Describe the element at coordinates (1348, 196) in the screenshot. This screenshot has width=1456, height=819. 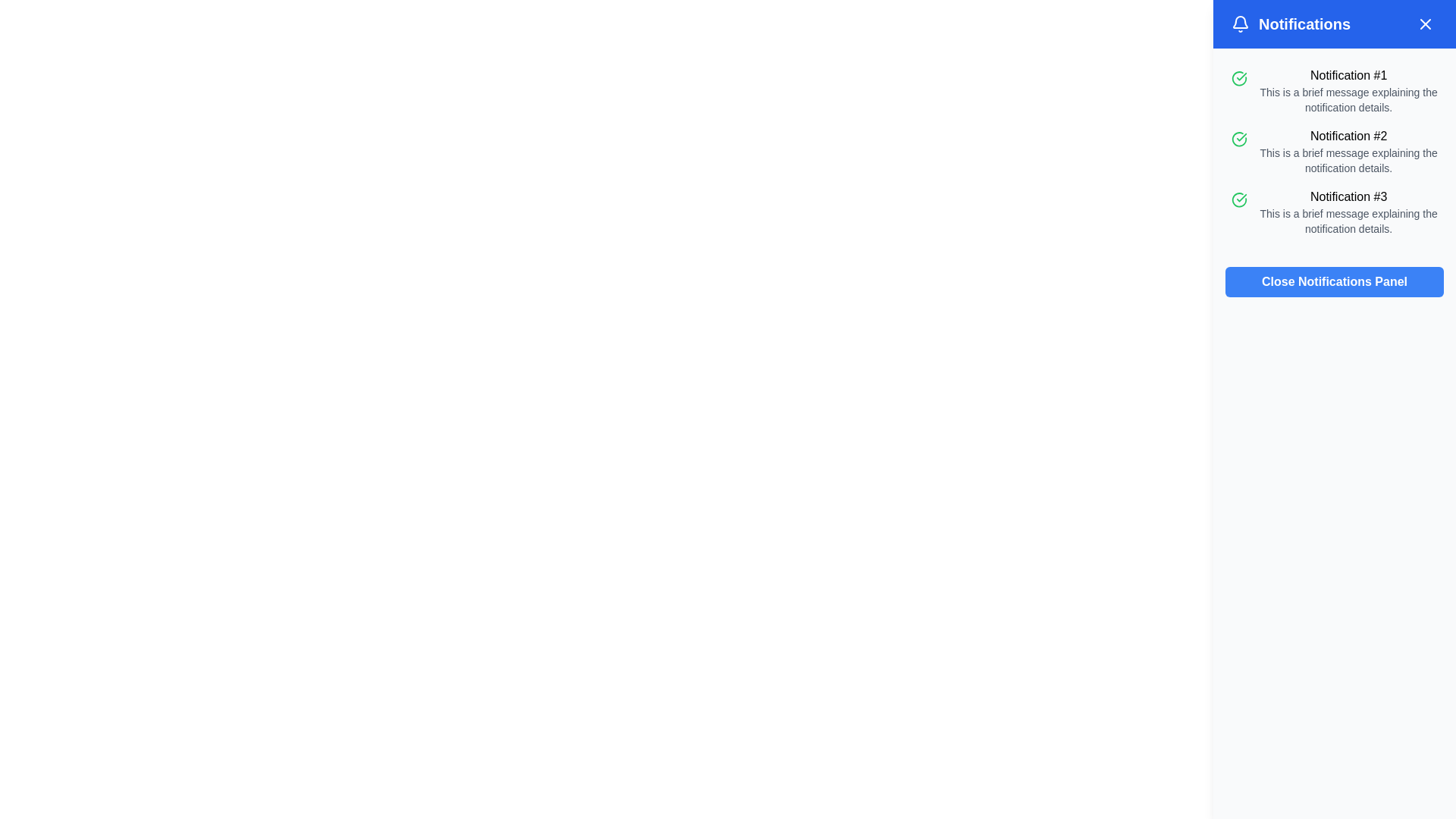
I see `the static text element that serves as the title for the third notification in the right-side panel of the interface` at that location.